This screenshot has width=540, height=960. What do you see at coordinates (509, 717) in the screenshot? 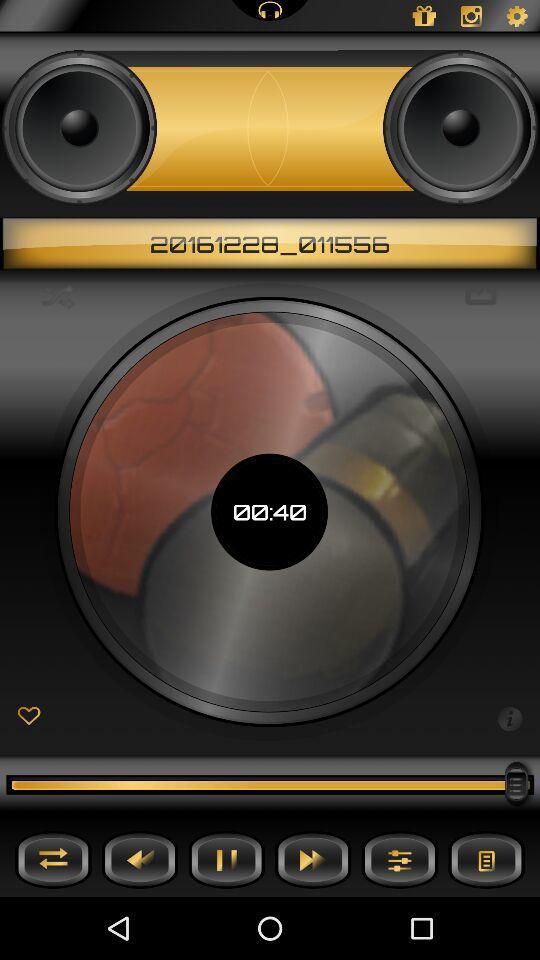
I see `the info icon` at bounding box center [509, 717].